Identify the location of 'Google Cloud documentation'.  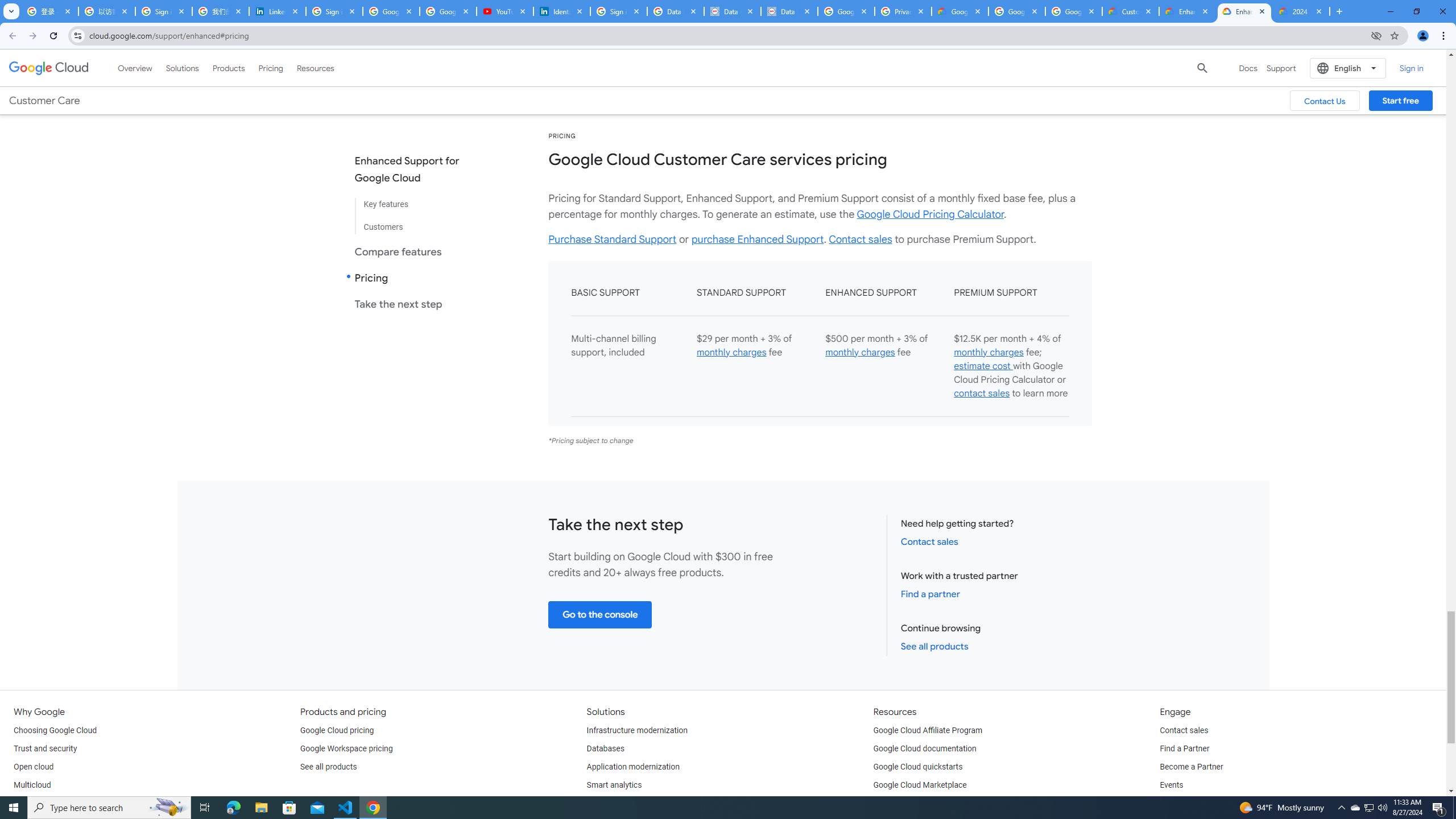
(925, 748).